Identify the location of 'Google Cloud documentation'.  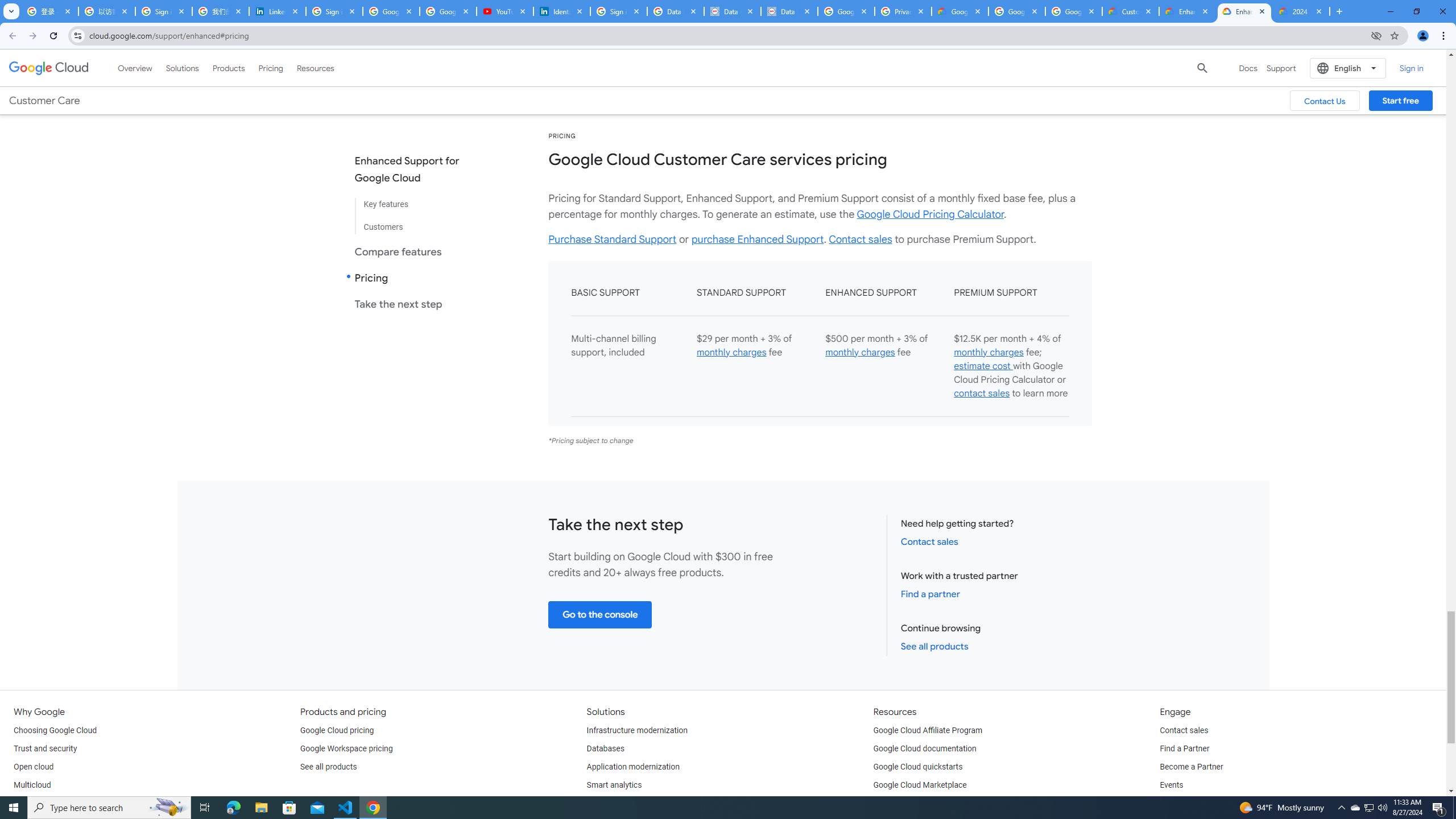
(925, 748).